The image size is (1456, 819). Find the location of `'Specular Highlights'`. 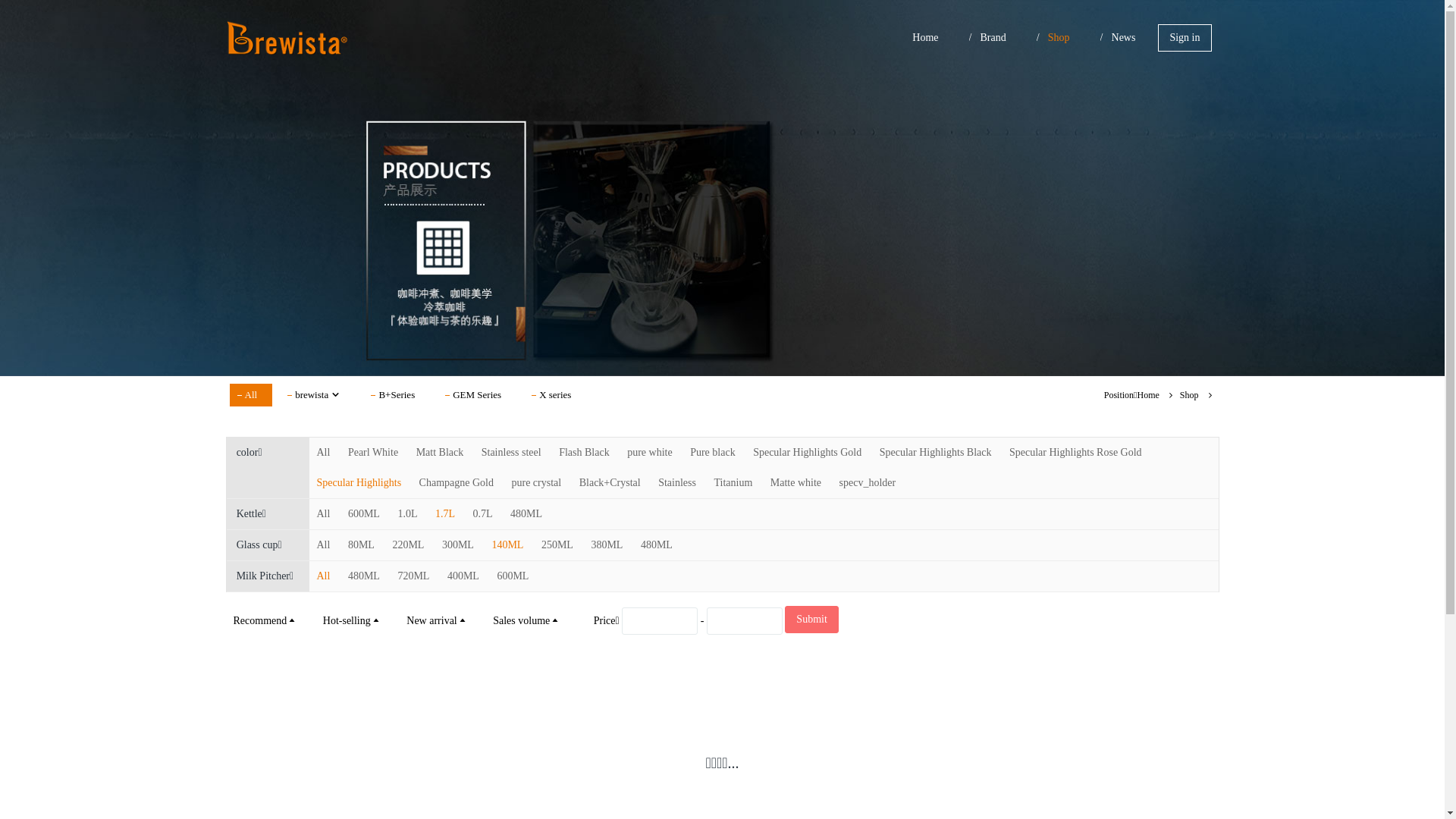

'Specular Highlights' is located at coordinates (359, 482).